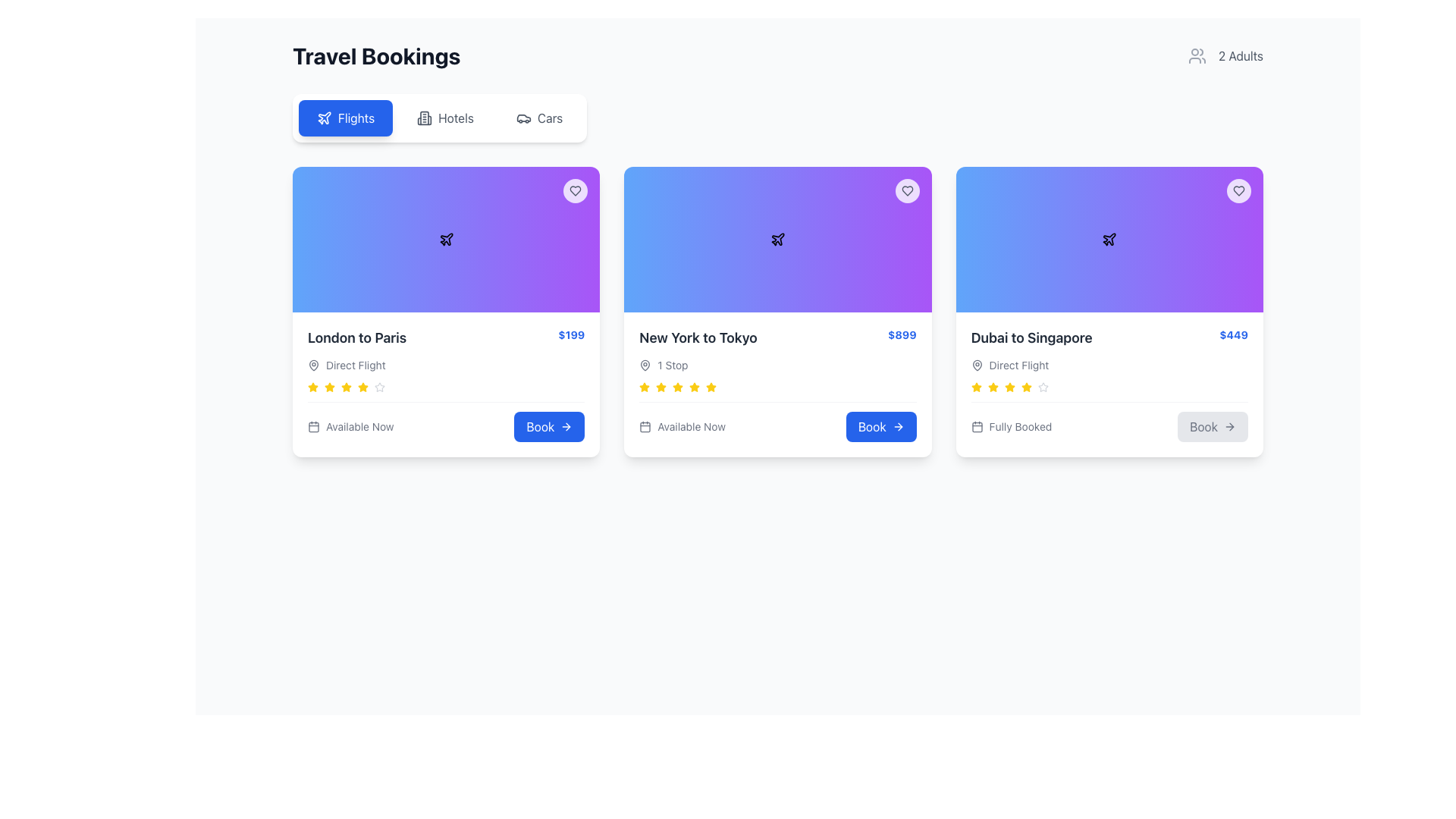 This screenshot has height=819, width=1456. I want to click on the text label displaying '$899' in blue, bold typography, which is located on the right side of the 'New York to Tokyo' card, slightly above the horizontal center, adjacent to the title text and above the 'Book' button, so click(902, 334).